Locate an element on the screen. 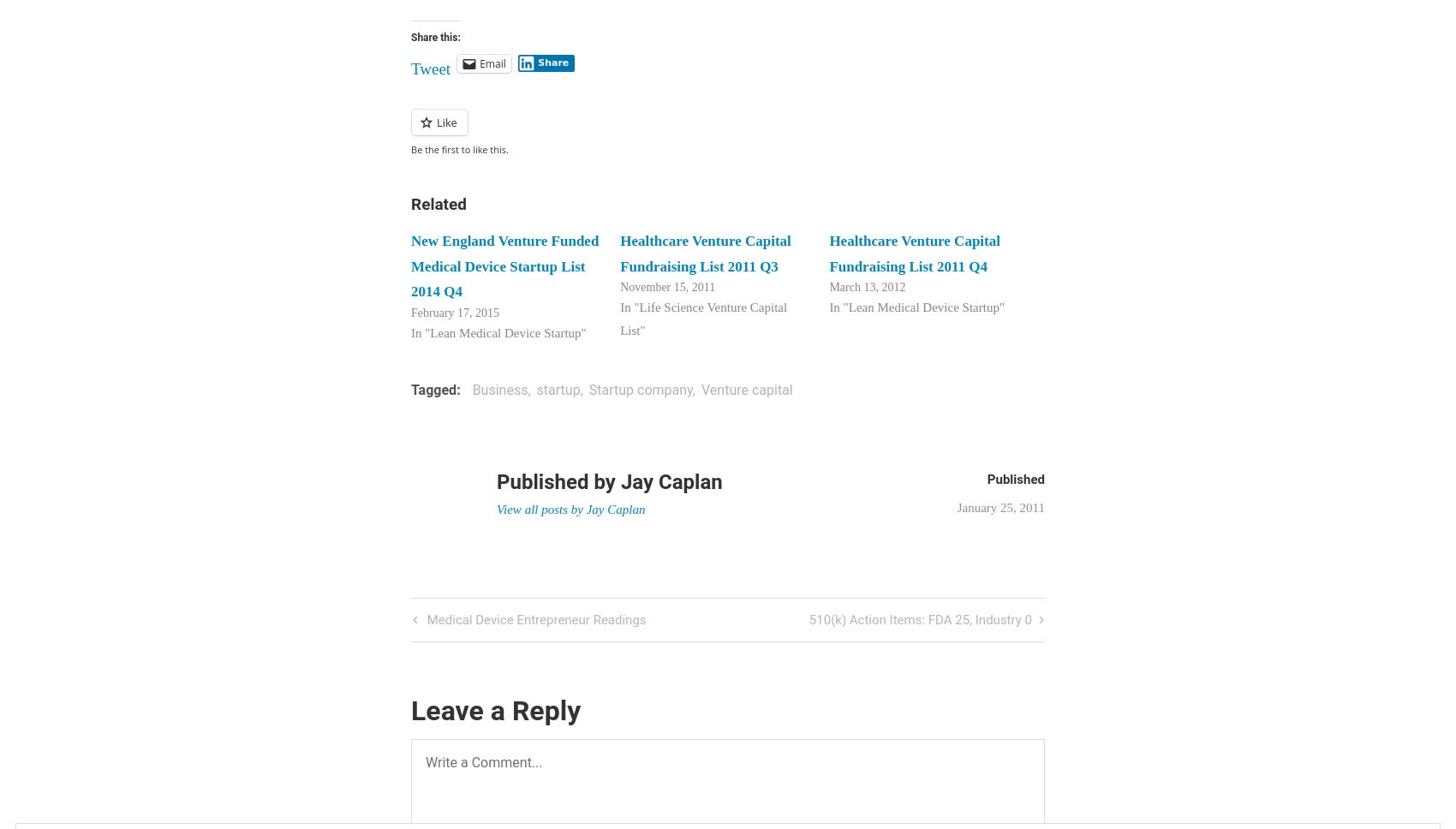 The height and width of the screenshot is (829, 1456). 'Tweet' is located at coordinates (431, 67).